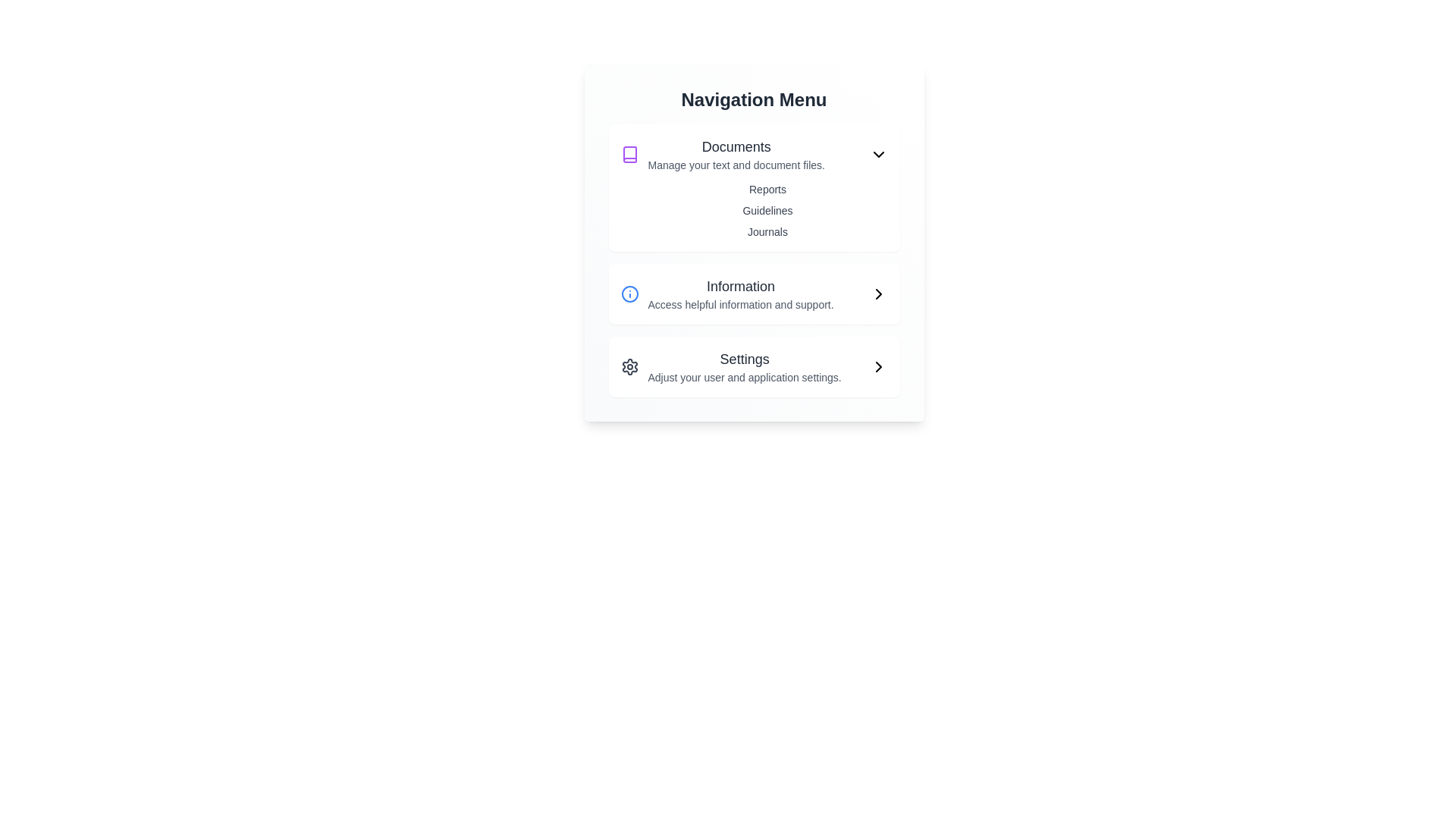 The height and width of the screenshot is (819, 1456). Describe the element at coordinates (754, 189) in the screenshot. I see `the 'Reports' text label located under the 'Documents' submenu` at that location.